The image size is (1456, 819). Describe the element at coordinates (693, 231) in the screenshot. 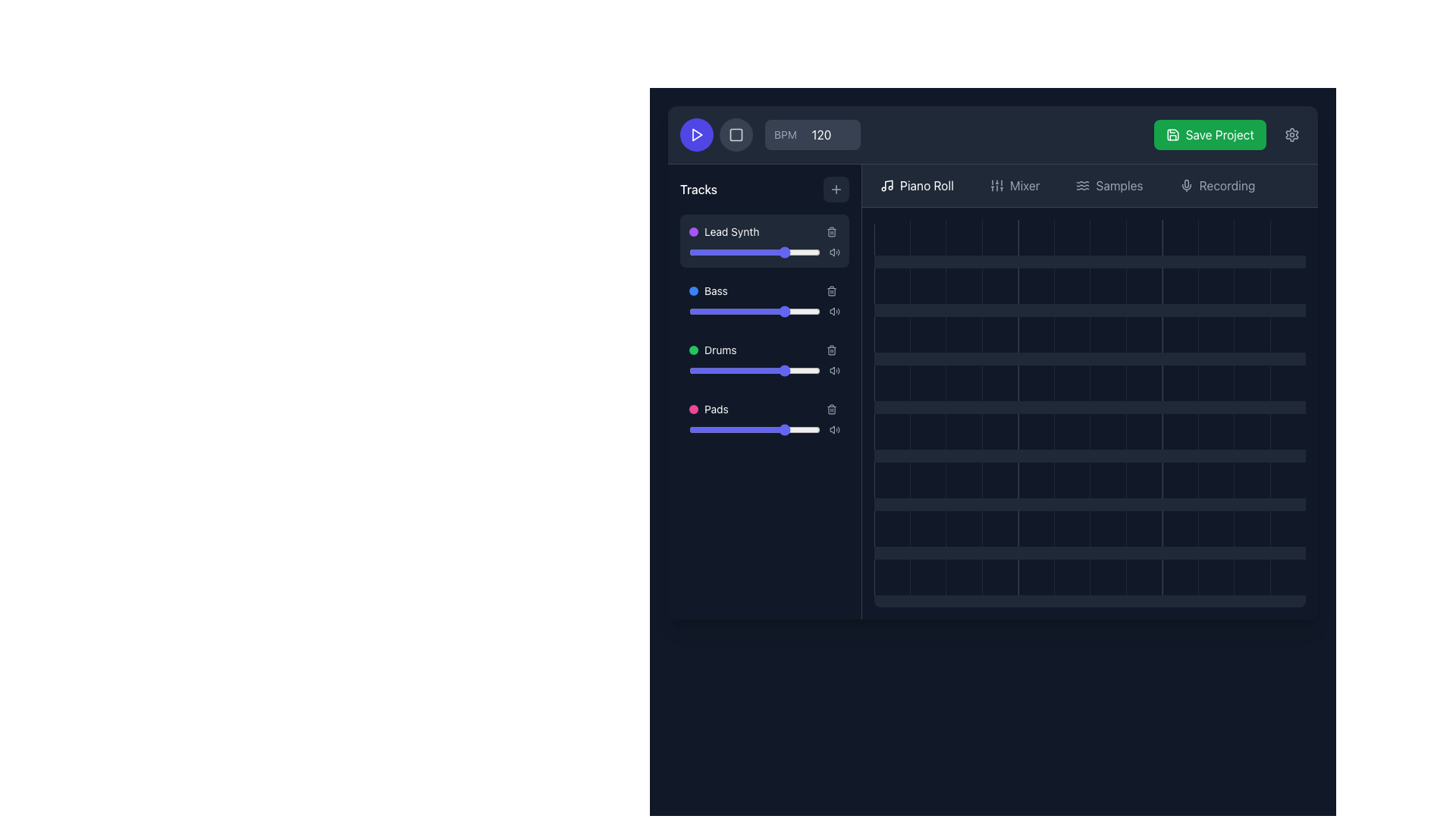

I see `the small circular icon with a purple background located adjacent to the text label 'Lead Synth'` at that location.